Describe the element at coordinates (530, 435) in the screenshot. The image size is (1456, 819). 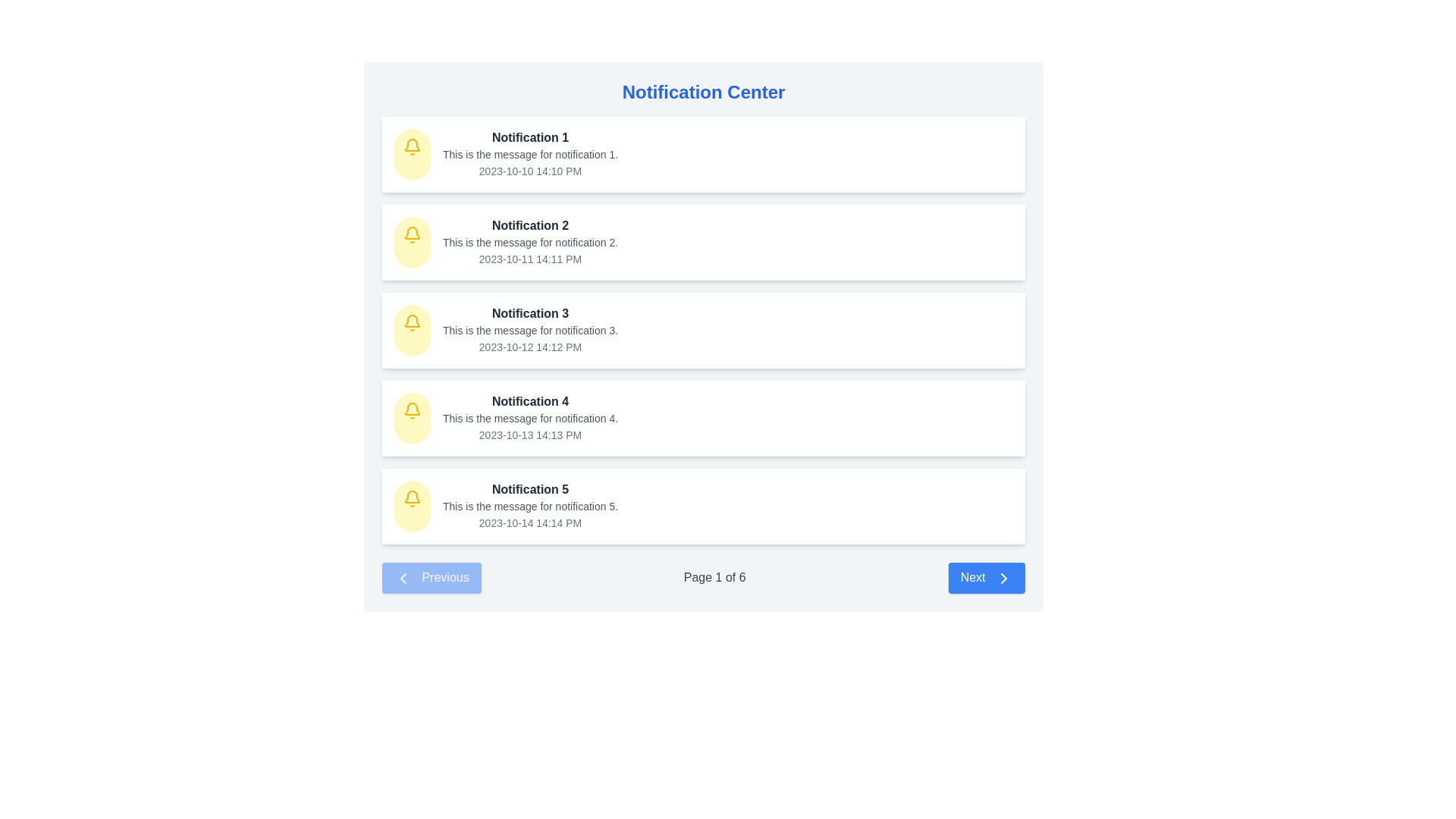
I see `timestamp displayed at the bottom right of 'Notification 4' card, which shows '2023-10-13 14:13 PM'` at that location.